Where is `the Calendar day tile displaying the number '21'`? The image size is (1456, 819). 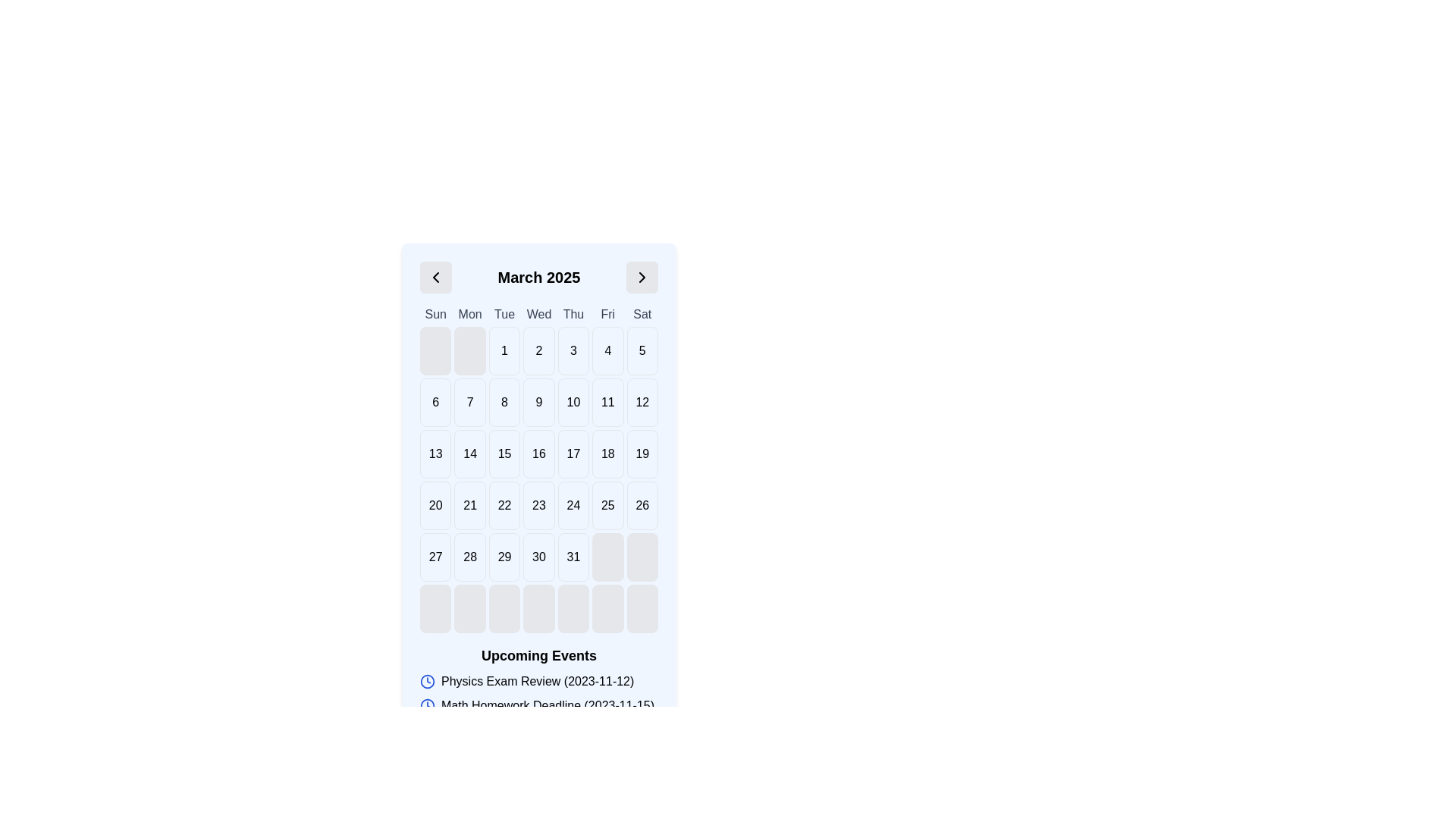 the Calendar day tile displaying the number '21' is located at coordinates (469, 506).